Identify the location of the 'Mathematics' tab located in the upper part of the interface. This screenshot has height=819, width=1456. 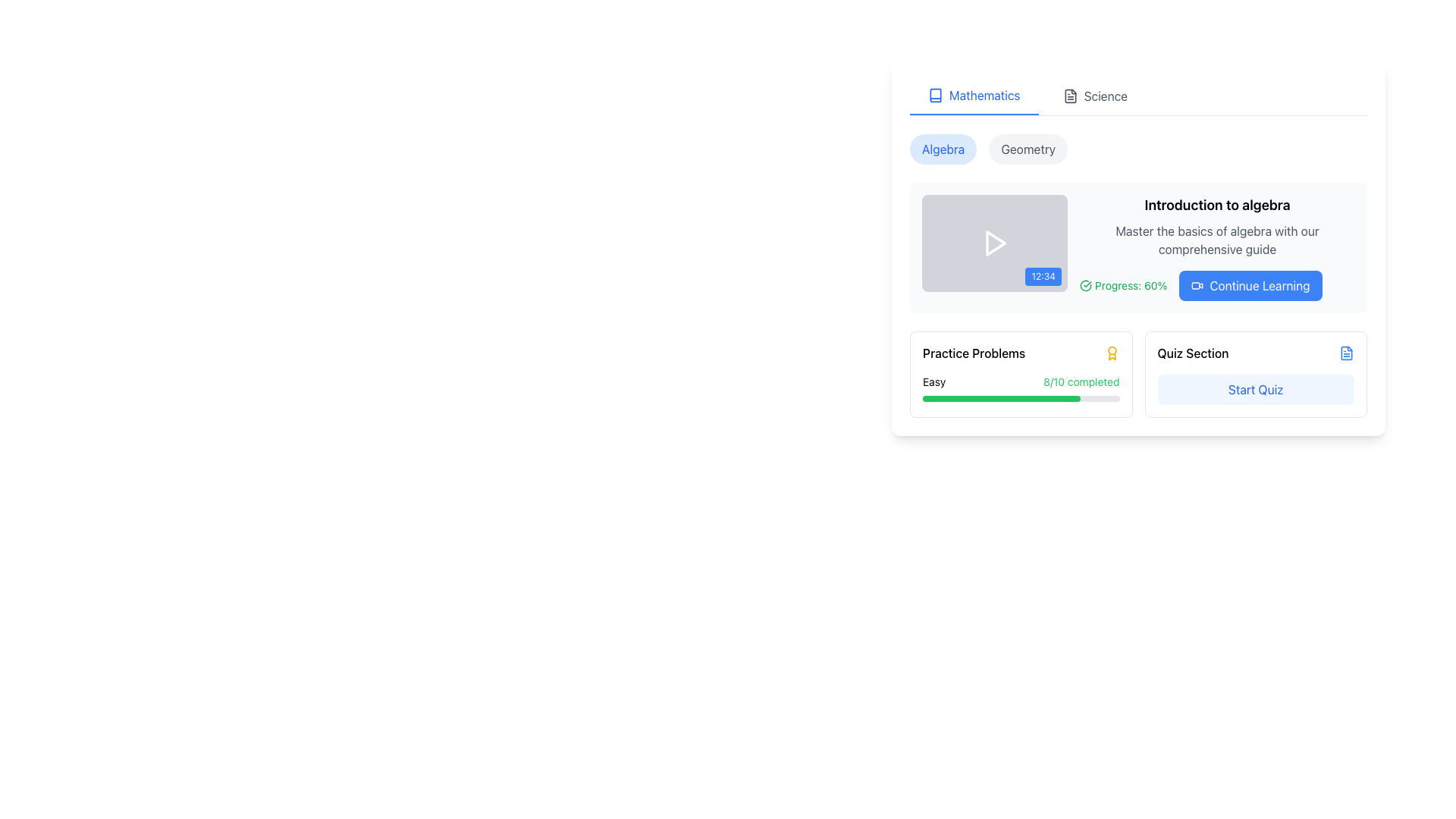
(974, 96).